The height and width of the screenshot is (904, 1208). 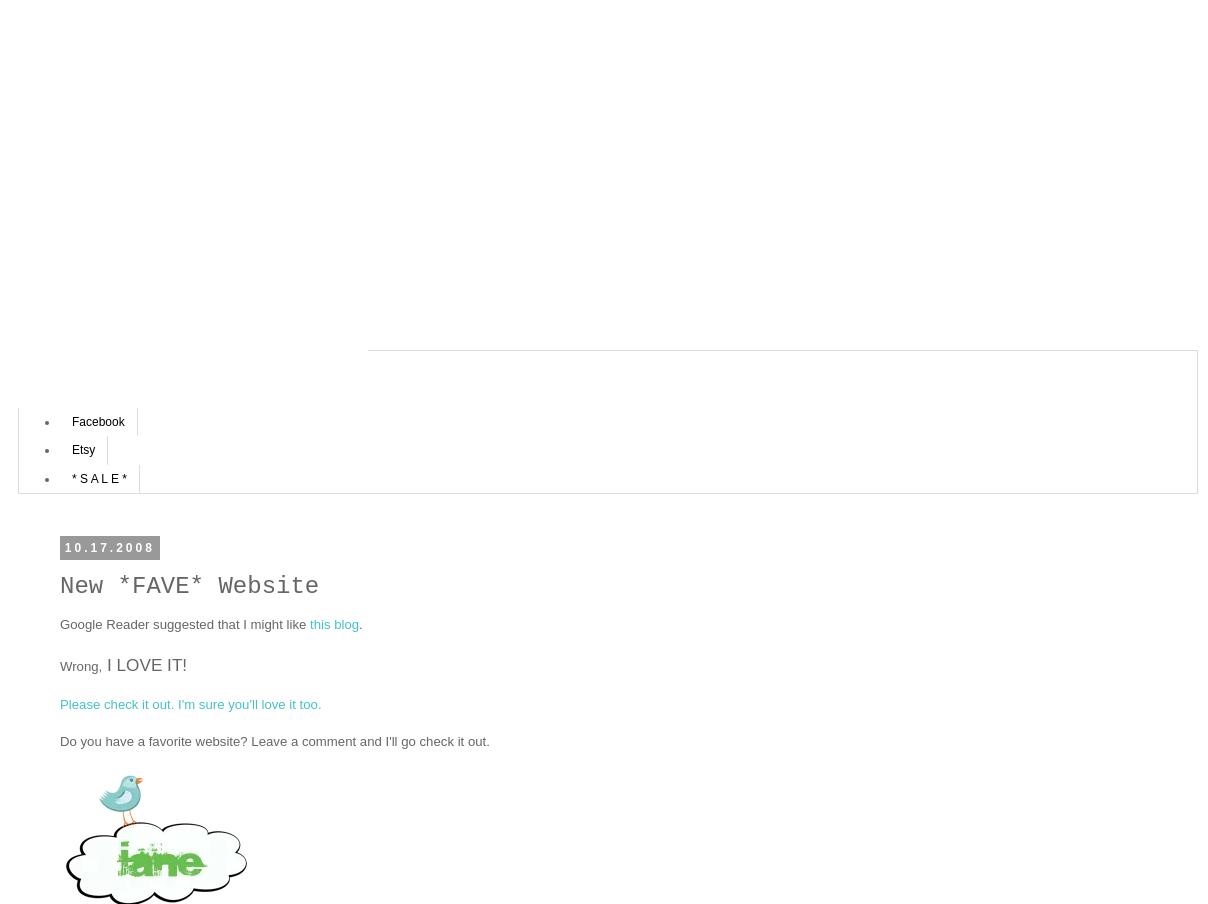 What do you see at coordinates (59, 584) in the screenshot?
I see `'New *FAVE* Website'` at bounding box center [59, 584].